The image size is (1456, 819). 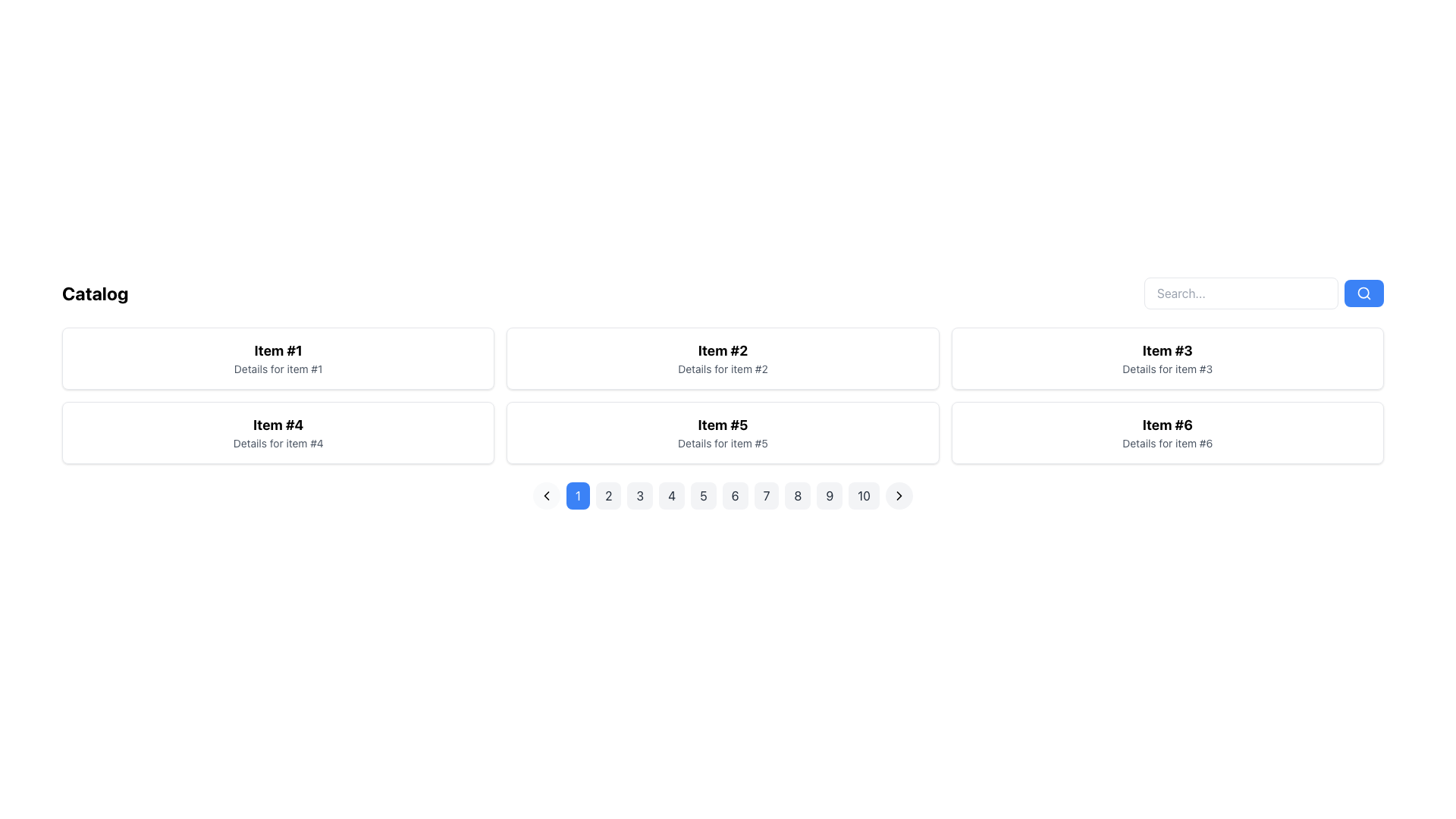 What do you see at coordinates (546, 496) in the screenshot?
I see `the leftmost pagination button with an embedded icon located at the bottom center of the interface` at bounding box center [546, 496].